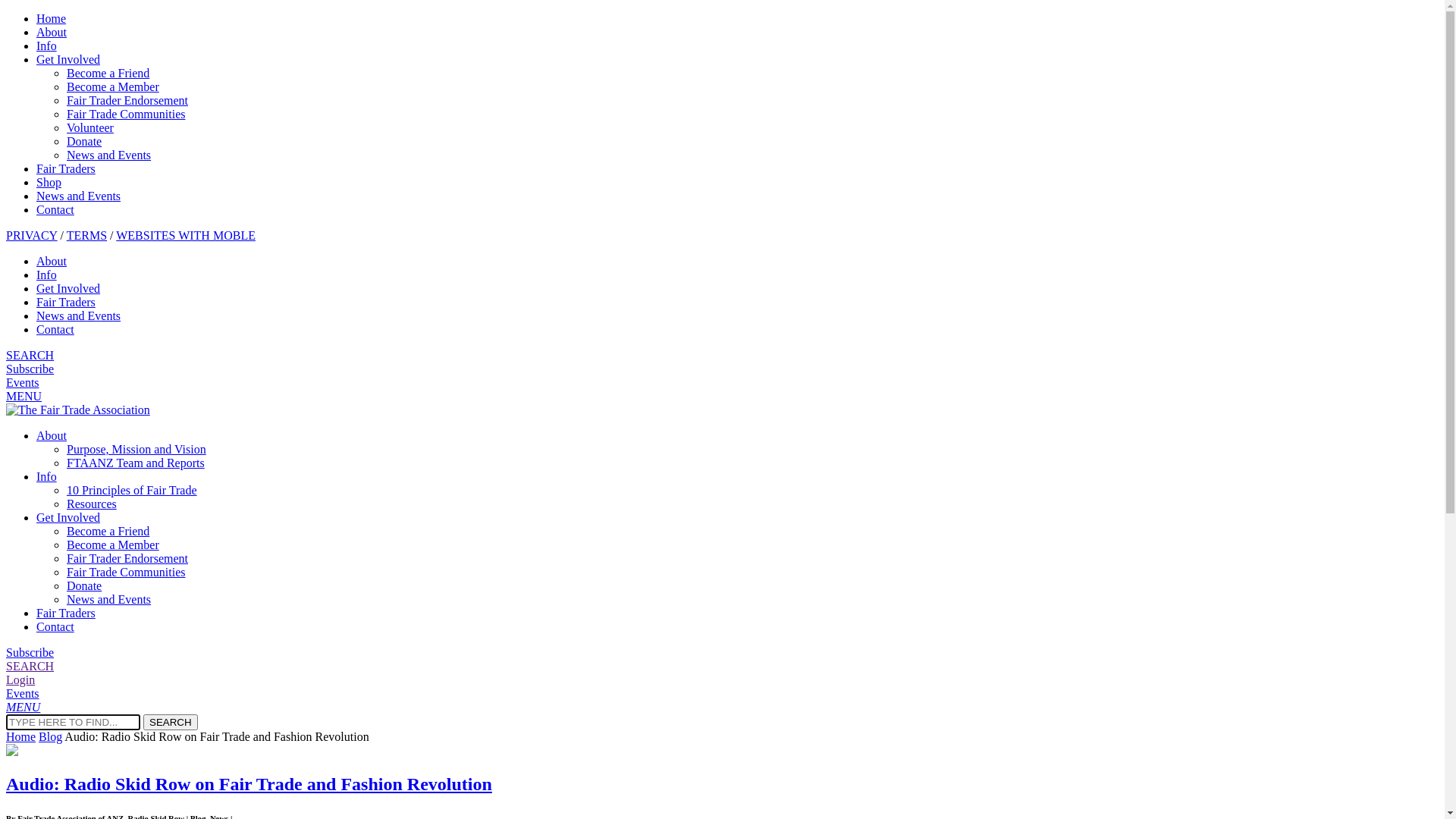  I want to click on 'About', so click(36, 32).